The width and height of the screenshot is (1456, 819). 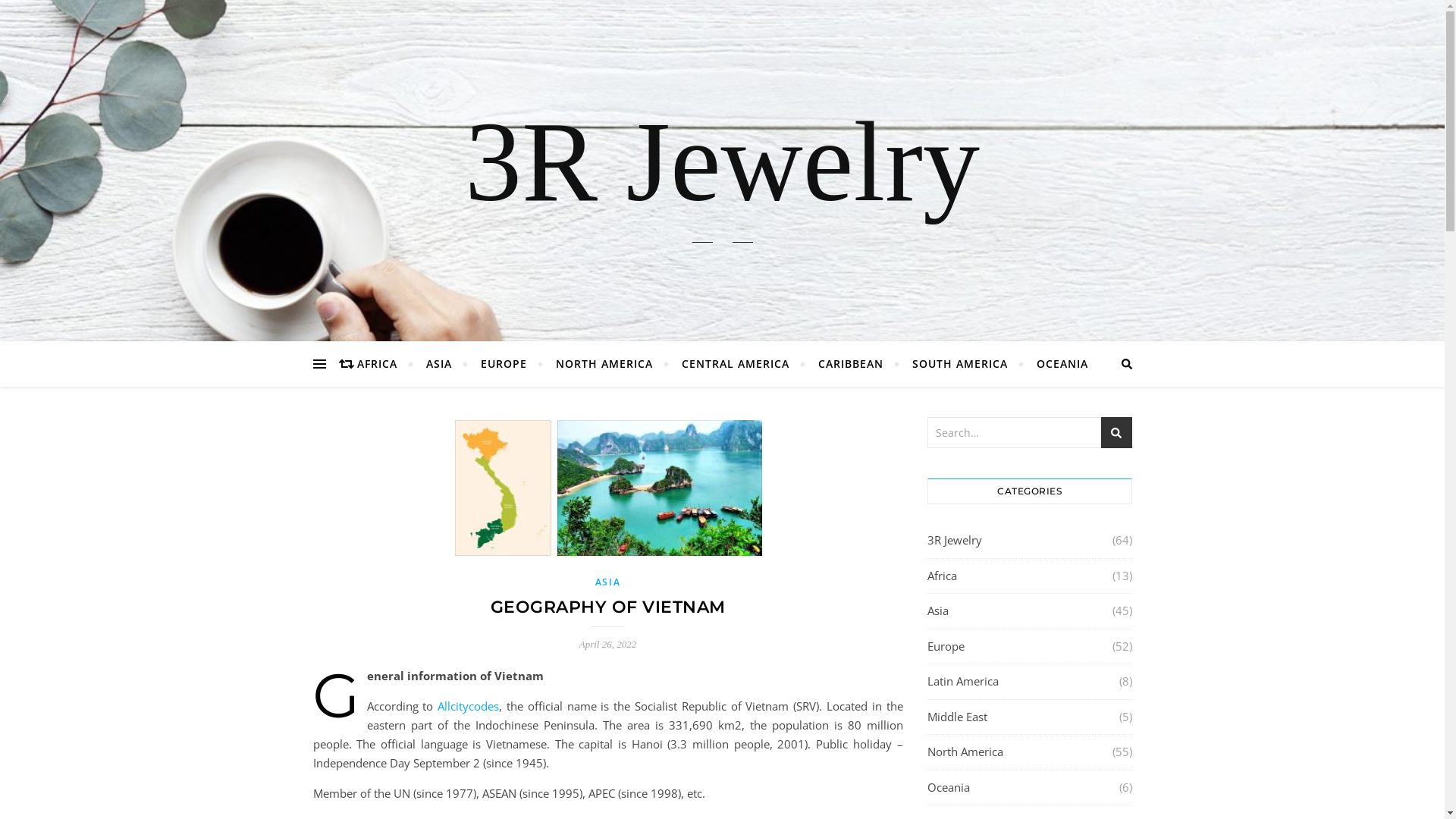 What do you see at coordinates (603, 363) in the screenshot?
I see `'NORTH AMERICA'` at bounding box center [603, 363].